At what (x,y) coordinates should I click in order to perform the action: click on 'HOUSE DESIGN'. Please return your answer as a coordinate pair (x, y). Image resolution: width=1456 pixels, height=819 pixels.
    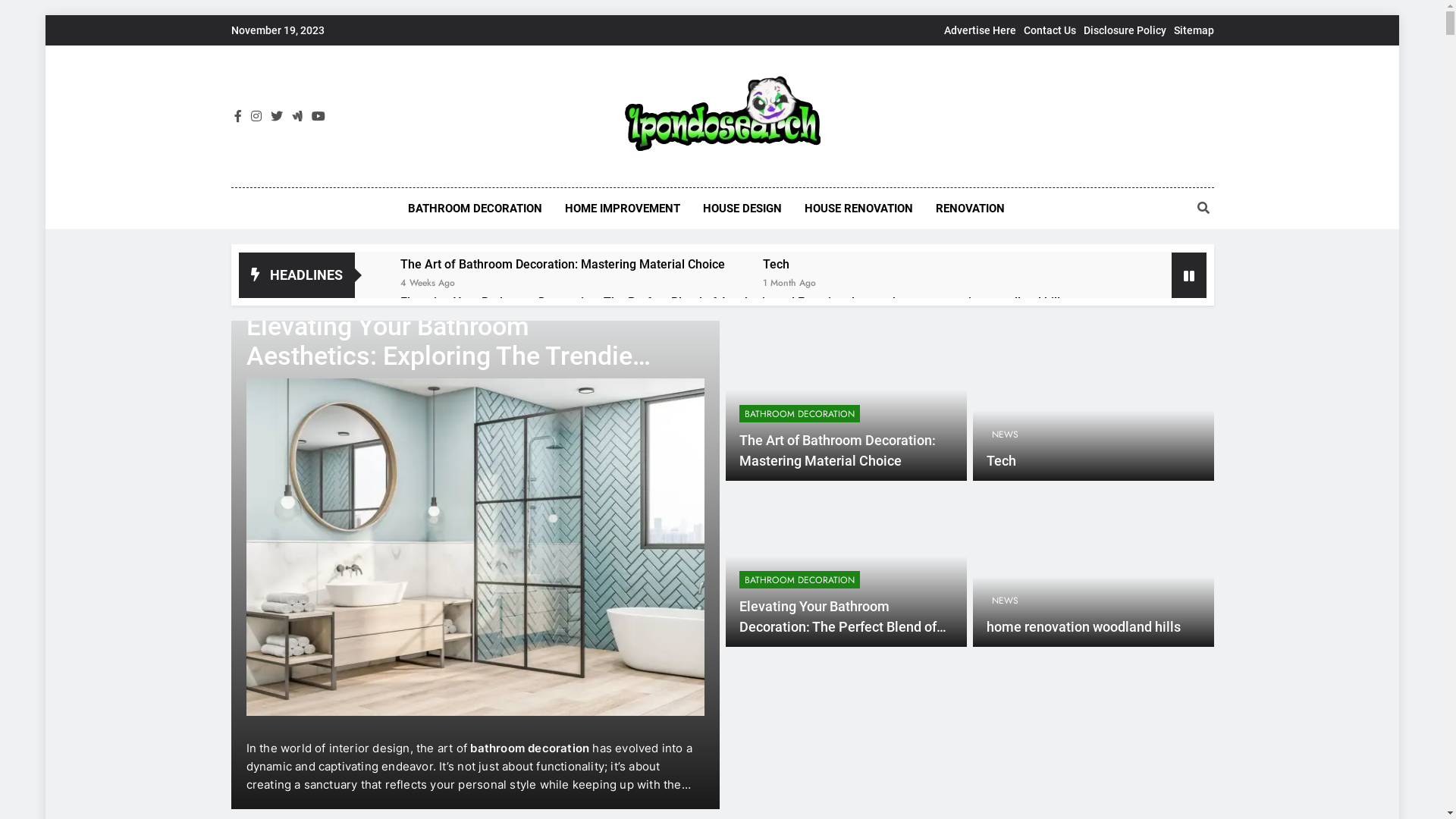
    Looking at the image, I should click on (691, 208).